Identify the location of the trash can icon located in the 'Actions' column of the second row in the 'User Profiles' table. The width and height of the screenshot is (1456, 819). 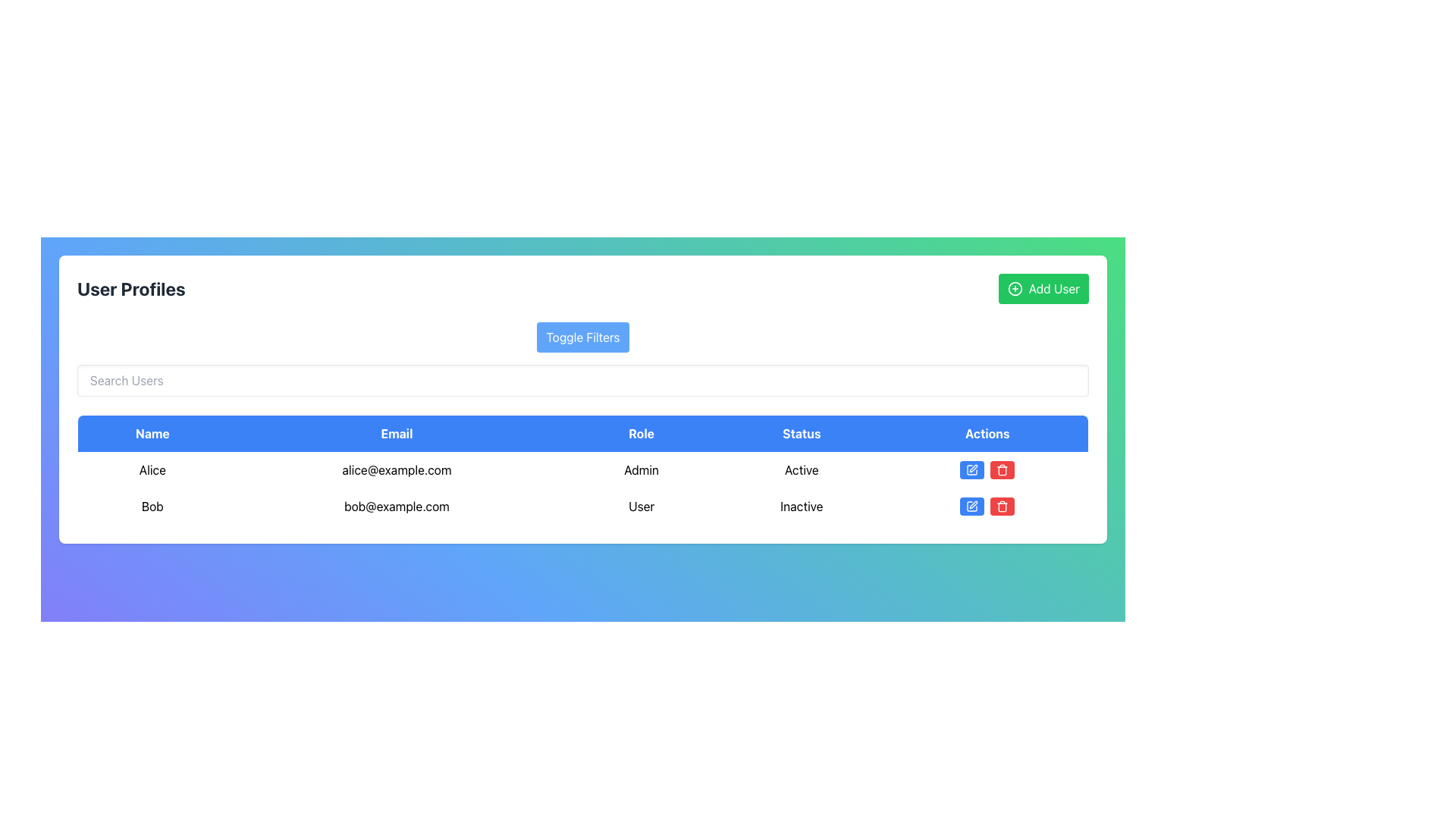
(1003, 470).